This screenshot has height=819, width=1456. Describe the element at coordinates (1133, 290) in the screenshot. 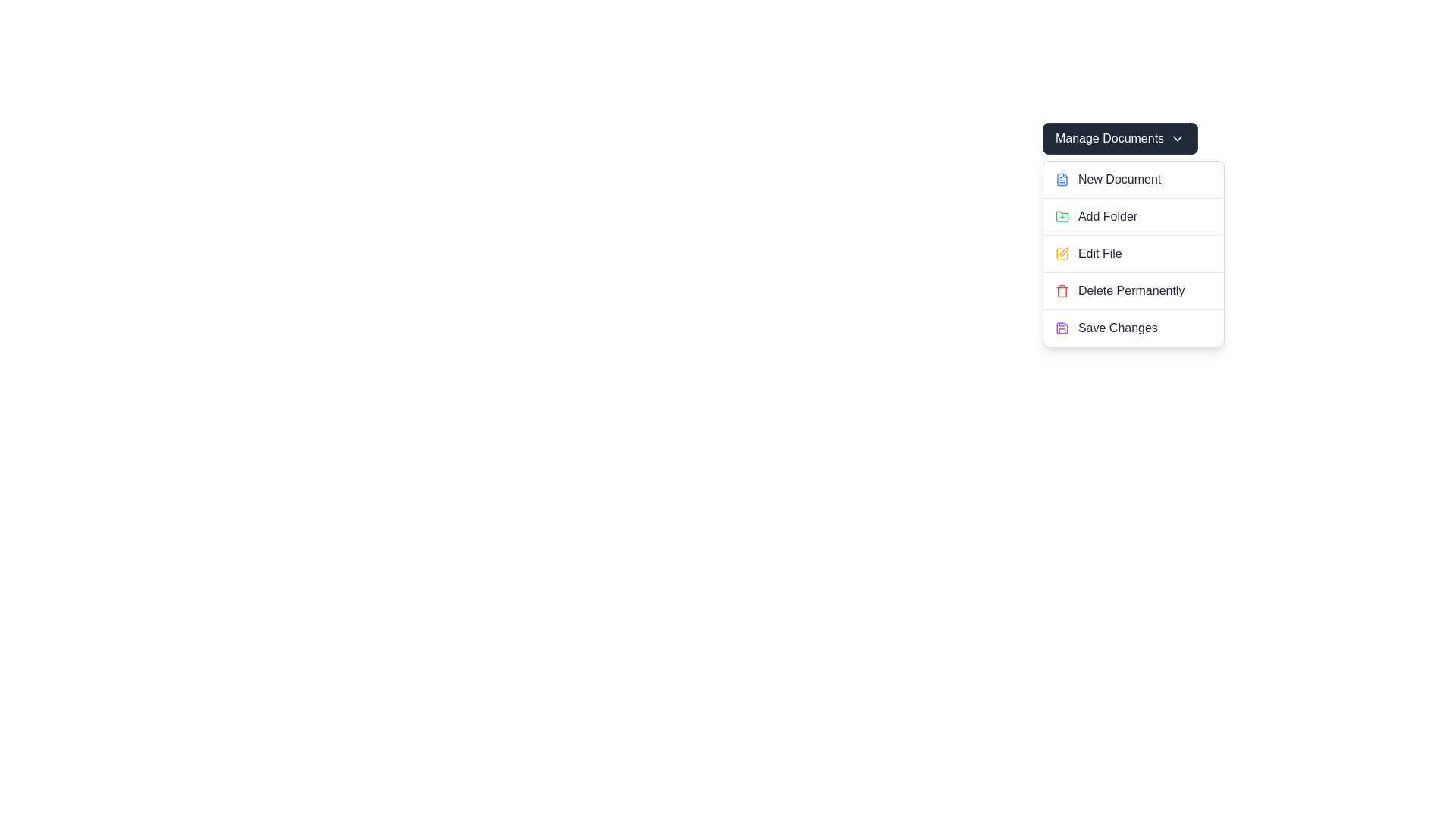

I see `the 'Delete Permanently' button, which is the fourth option in the 'Manage Documents' dropdown list` at that location.